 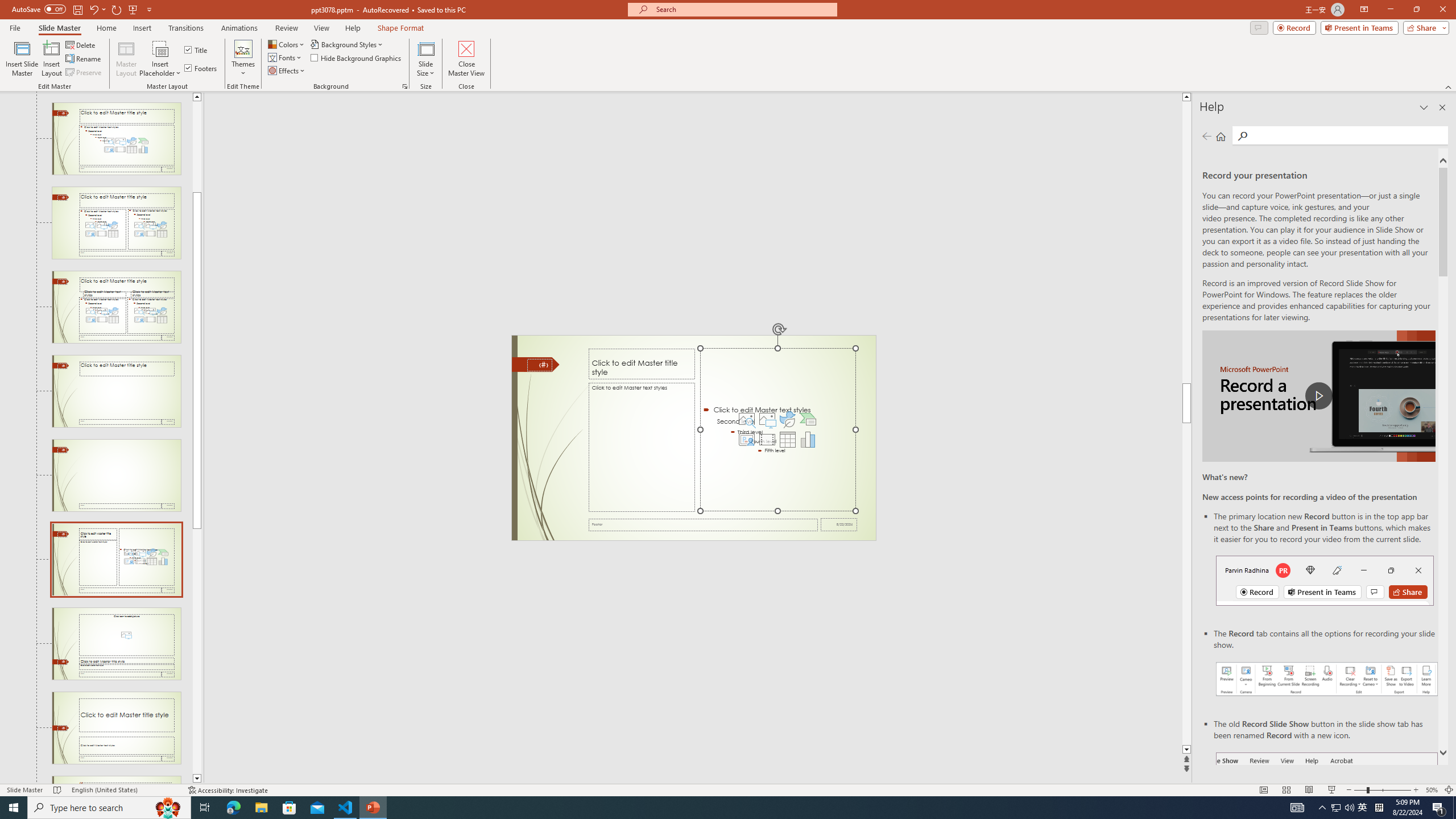 What do you see at coordinates (404, 85) in the screenshot?
I see `'Format Background...'` at bounding box center [404, 85].